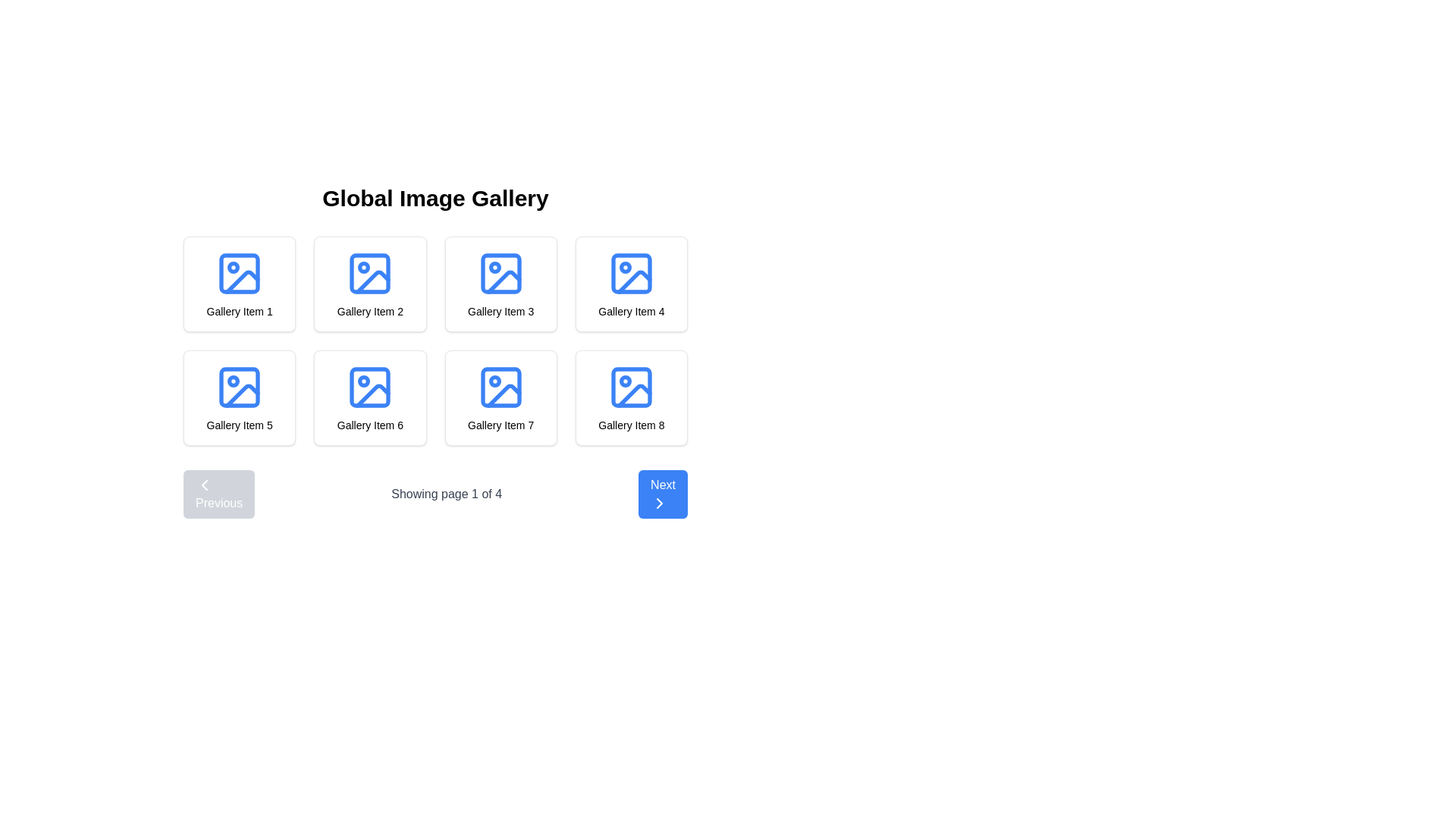 The width and height of the screenshot is (1456, 819). Describe the element at coordinates (500, 274) in the screenshot. I see `the decorative icon graphic (SVG) located in the third position of the 'Global Image Gallery', which visually signifies the content of the gallery item` at that location.